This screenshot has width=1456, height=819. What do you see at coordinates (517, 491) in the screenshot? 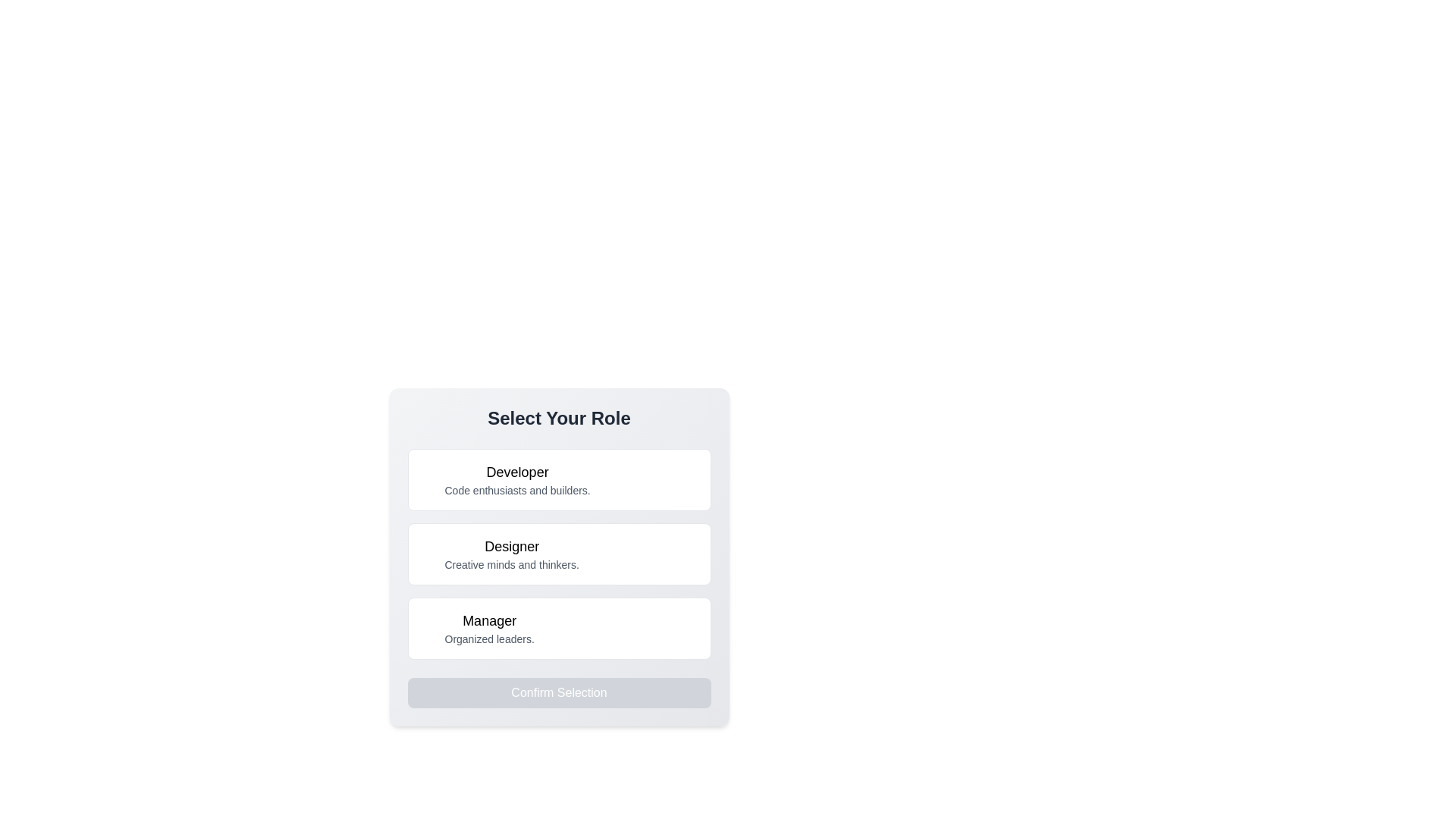
I see `the descriptive text element beneath the 'Developer' label in the first option box` at bounding box center [517, 491].